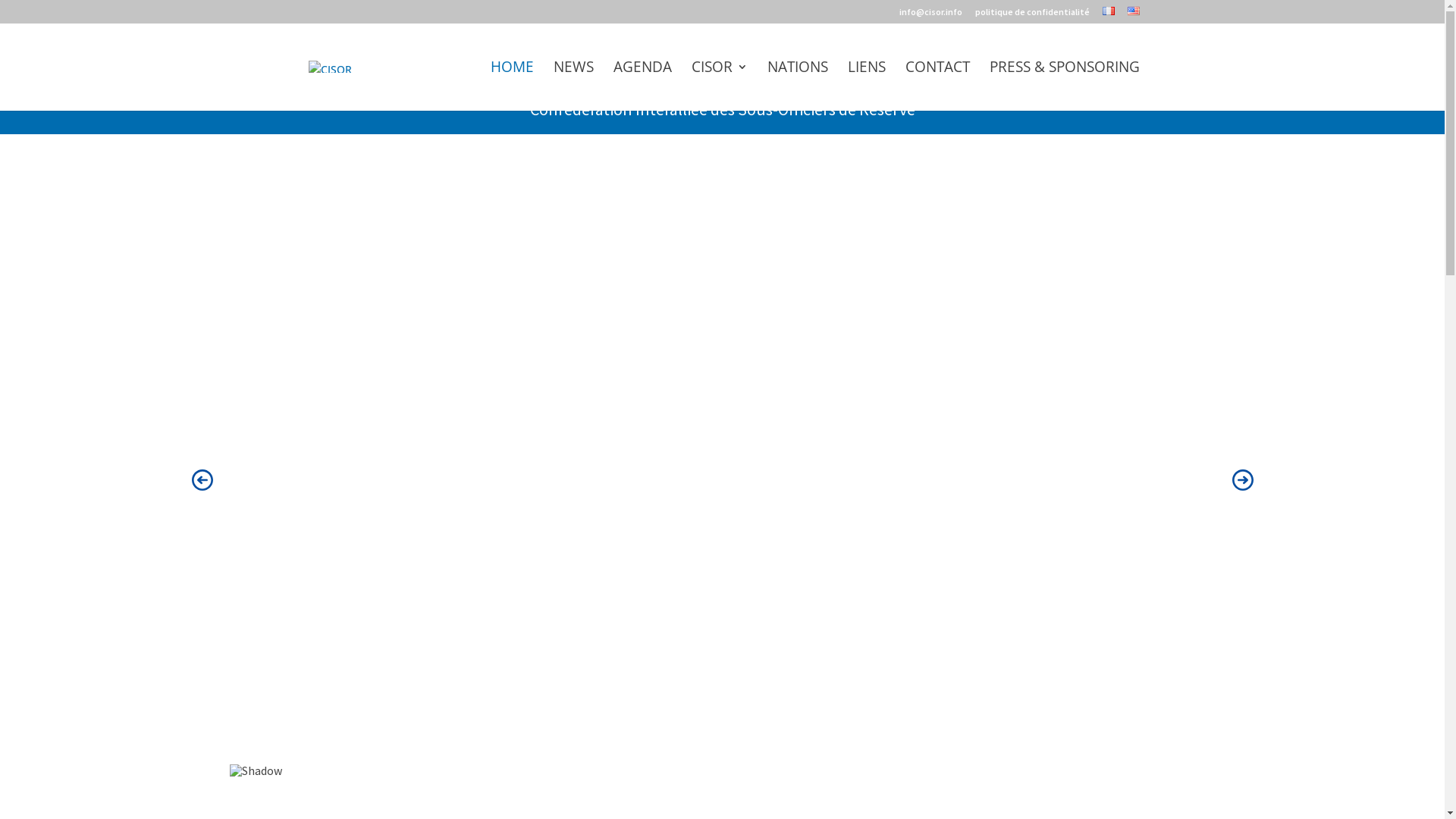 The height and width of the screenshot is (819, 1456). I want to click on 'CISOR', so click(719, 86).